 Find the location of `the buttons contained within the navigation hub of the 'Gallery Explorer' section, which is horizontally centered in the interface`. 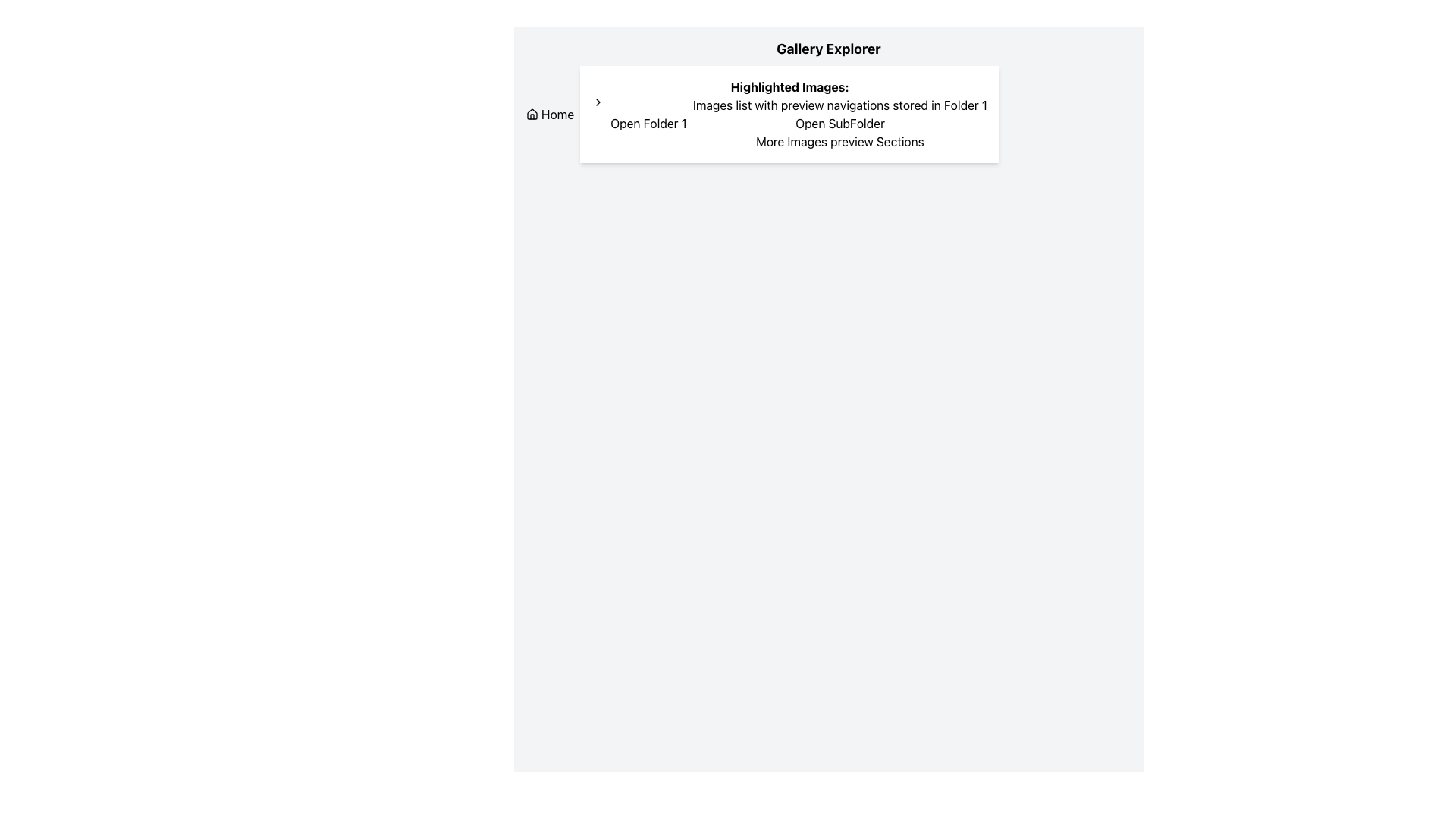

the buttons contained within the navigation hub of the 'Gallery Explorer' section, which is horizontally centered in the interface is located at coordinates (828, 113).